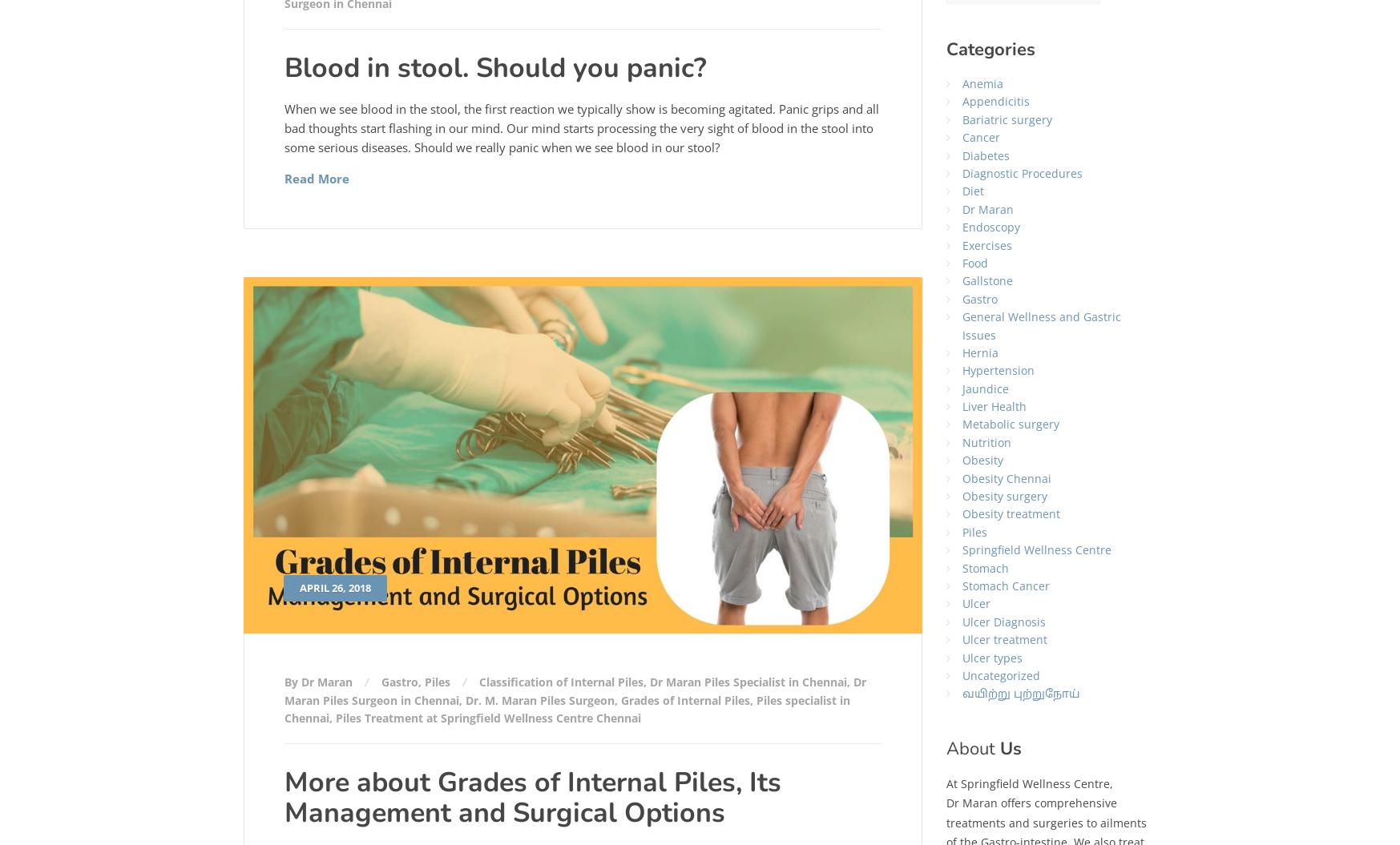  What do you see at coordinates (334, 587) in the screenshot?
I see `'April 26, 2018'` at bounding box center [334, 587].